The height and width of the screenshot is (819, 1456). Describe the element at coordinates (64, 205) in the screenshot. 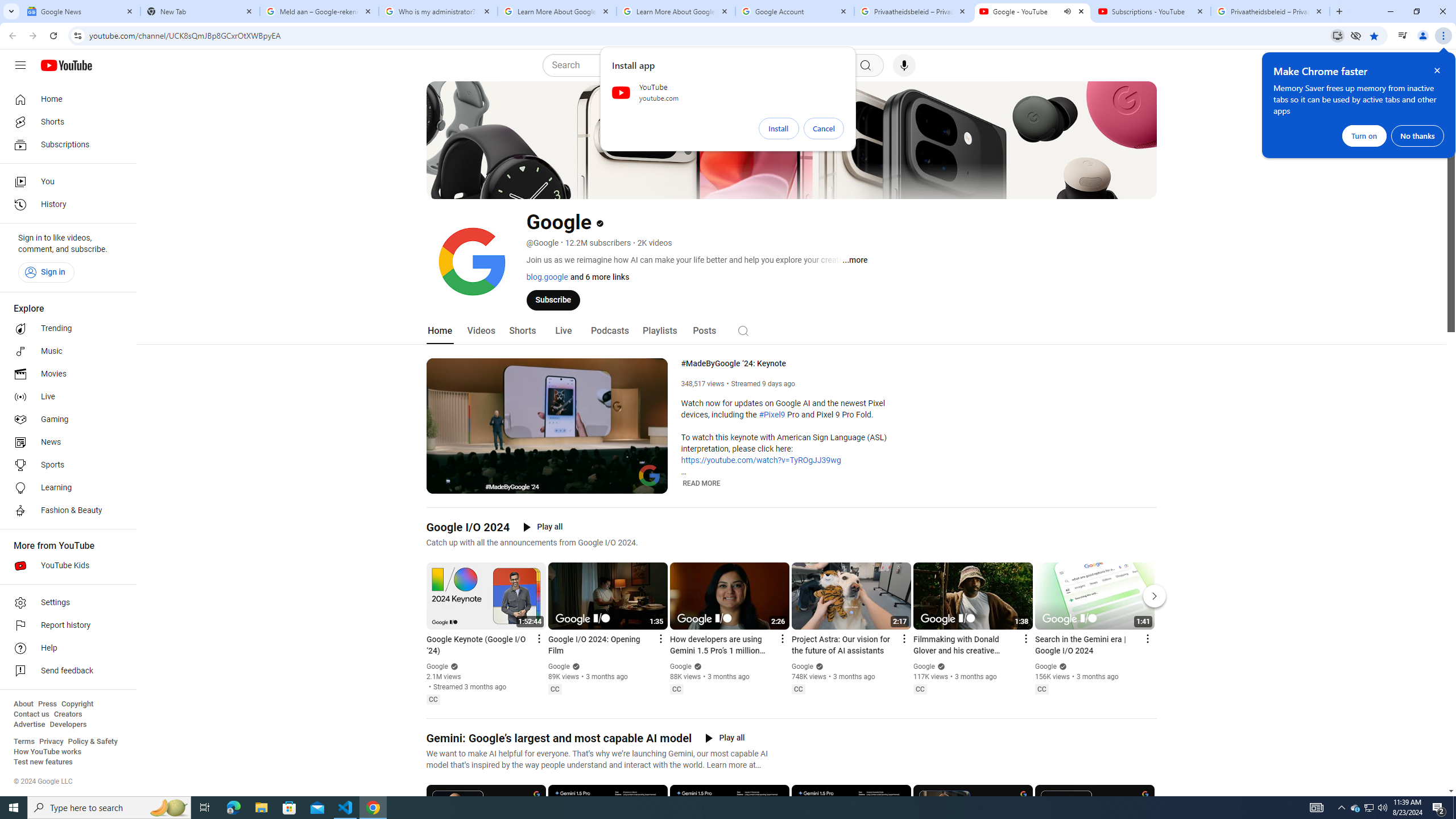

I see `'History'` at that location.